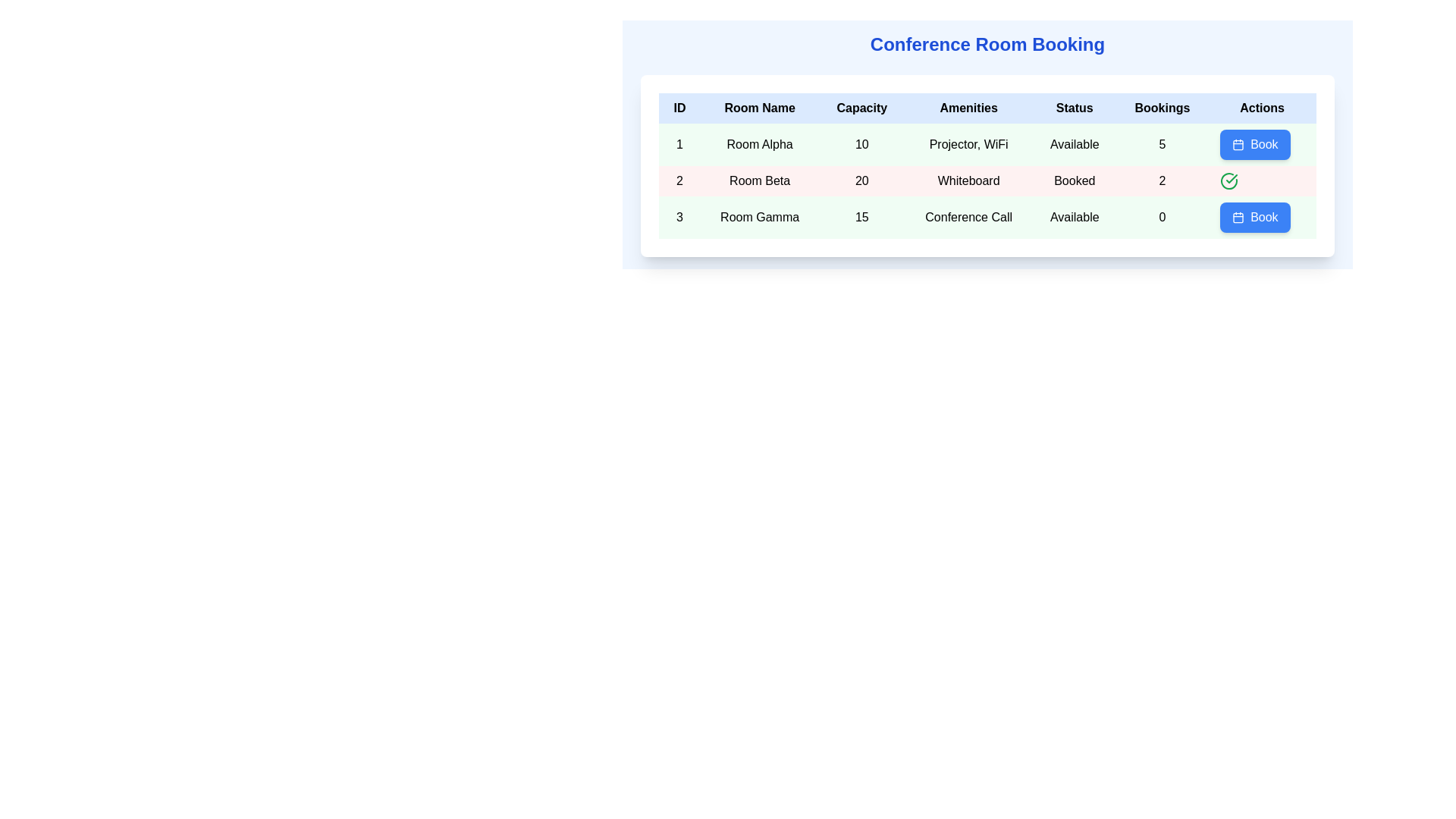 The width and height of the screenshot is (1456, 819). What do you see at coordinates (1255, 217) in the screenshot?
I see `the booking button for 'Room Gamma' in the 'Actions' column of the Conference Room Booking table to initiate the booking process` at bounding box center [1255, 217].